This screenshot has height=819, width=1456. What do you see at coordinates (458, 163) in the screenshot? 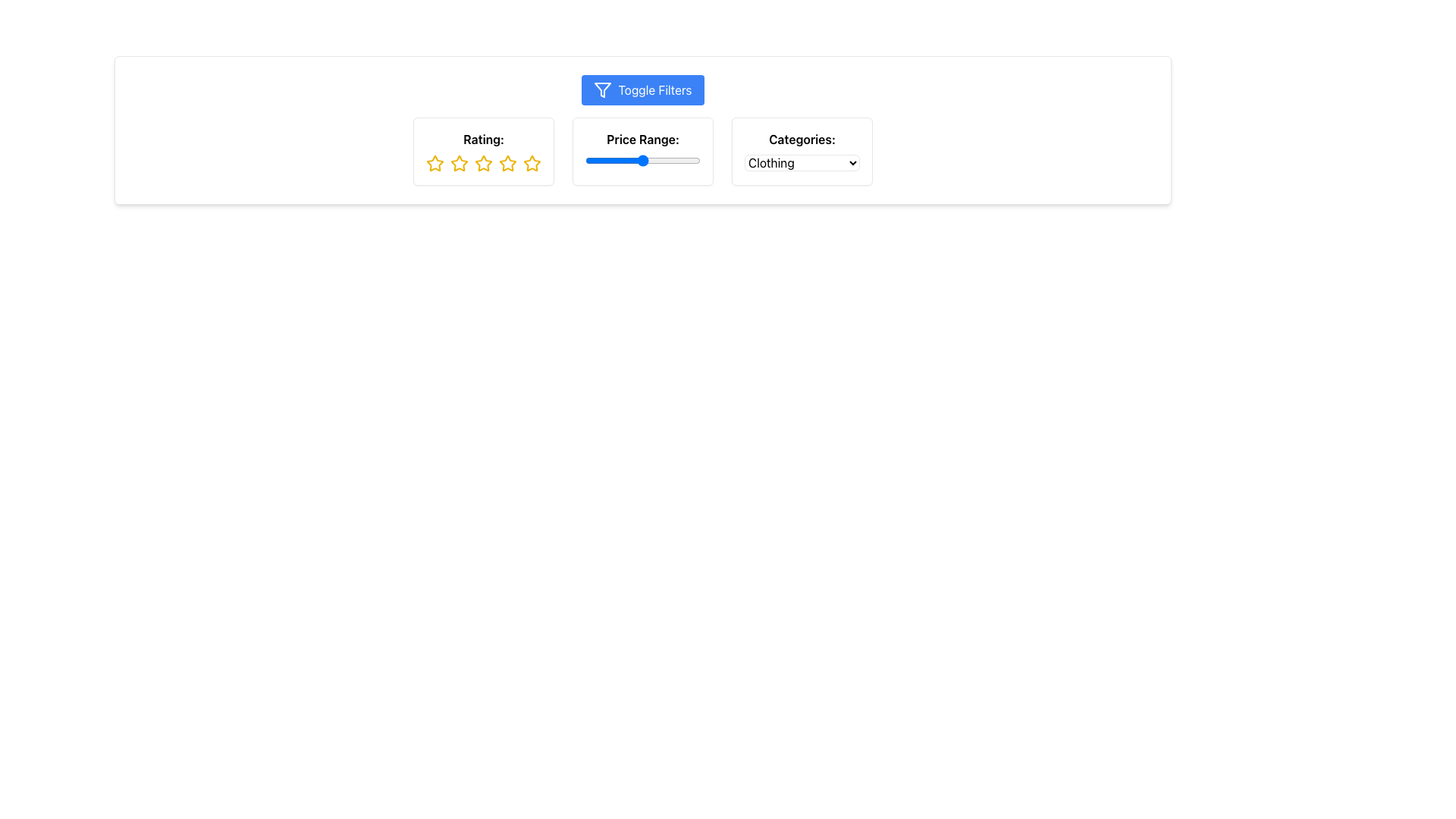
I see `the second star icon in the rating section` at bounding box center [458, 163].